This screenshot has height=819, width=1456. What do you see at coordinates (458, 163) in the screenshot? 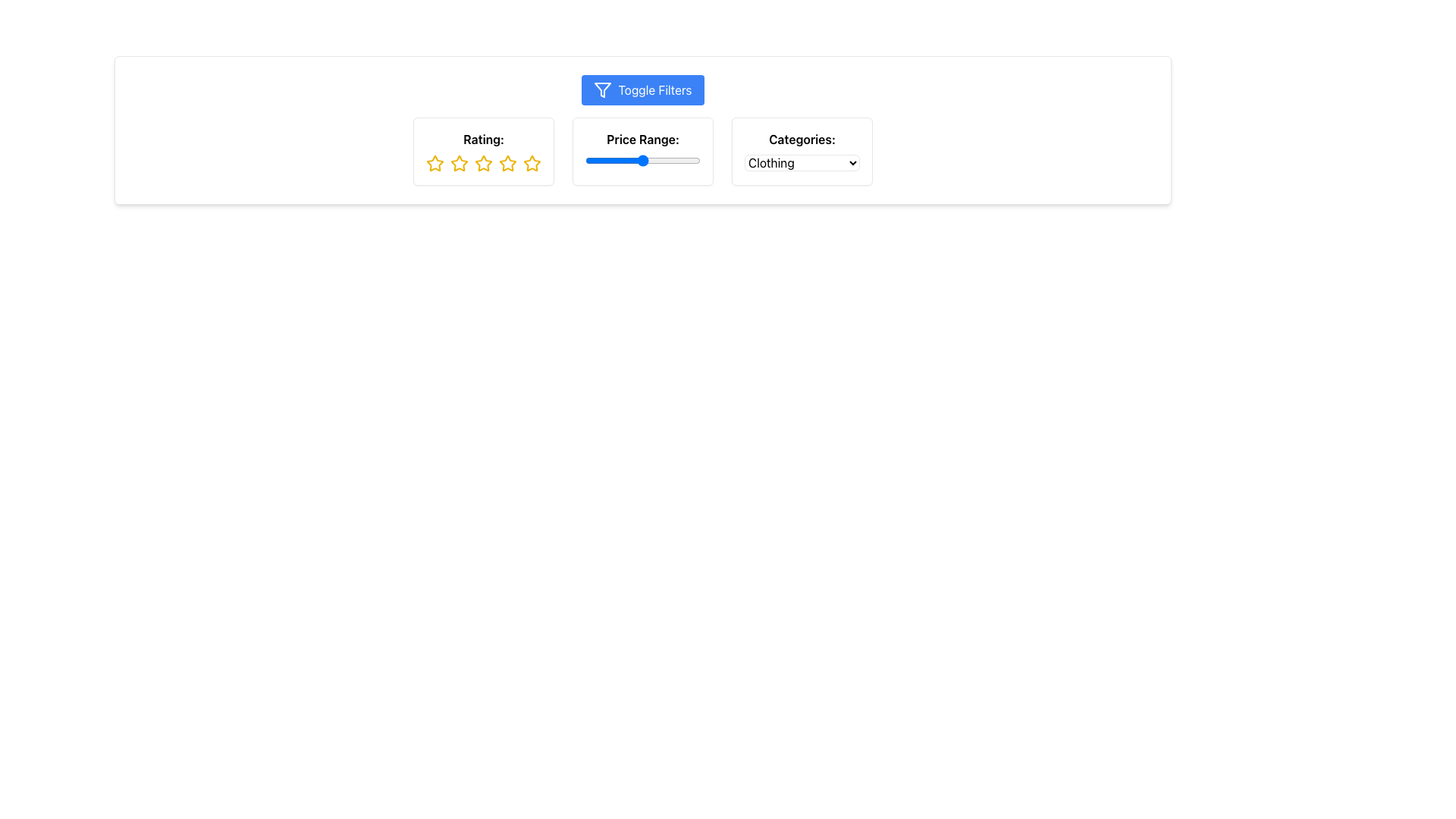
I see `the second star icon in the rating section` at bounding box center [458, 163].